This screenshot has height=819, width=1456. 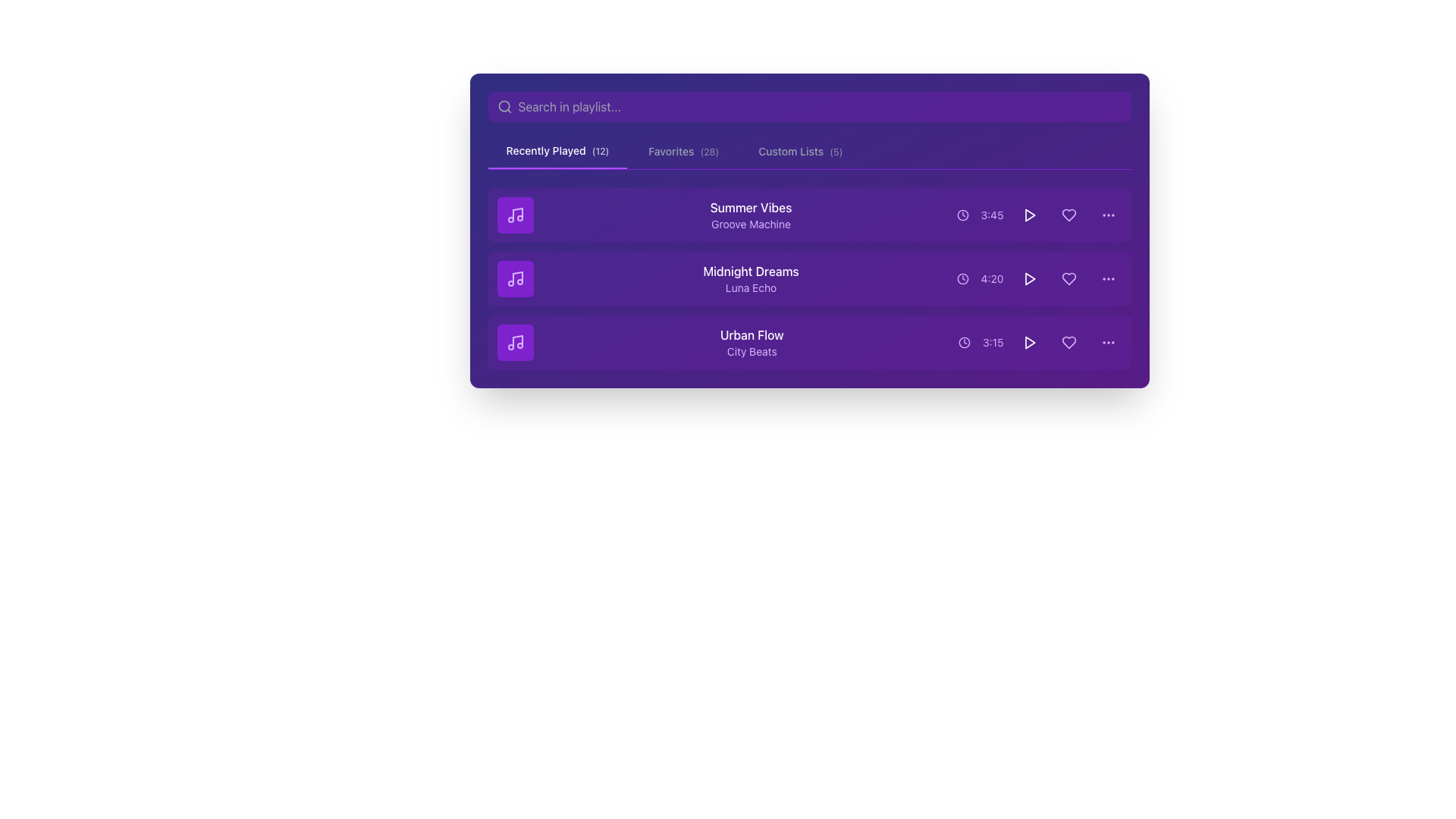 What do you see at coordinates (557, 152) in the screenshot?
I see `the 'Recently Played' navigation tab located in the horizontal navigation bar at the top of the interface` at bounding box center [557, 152].